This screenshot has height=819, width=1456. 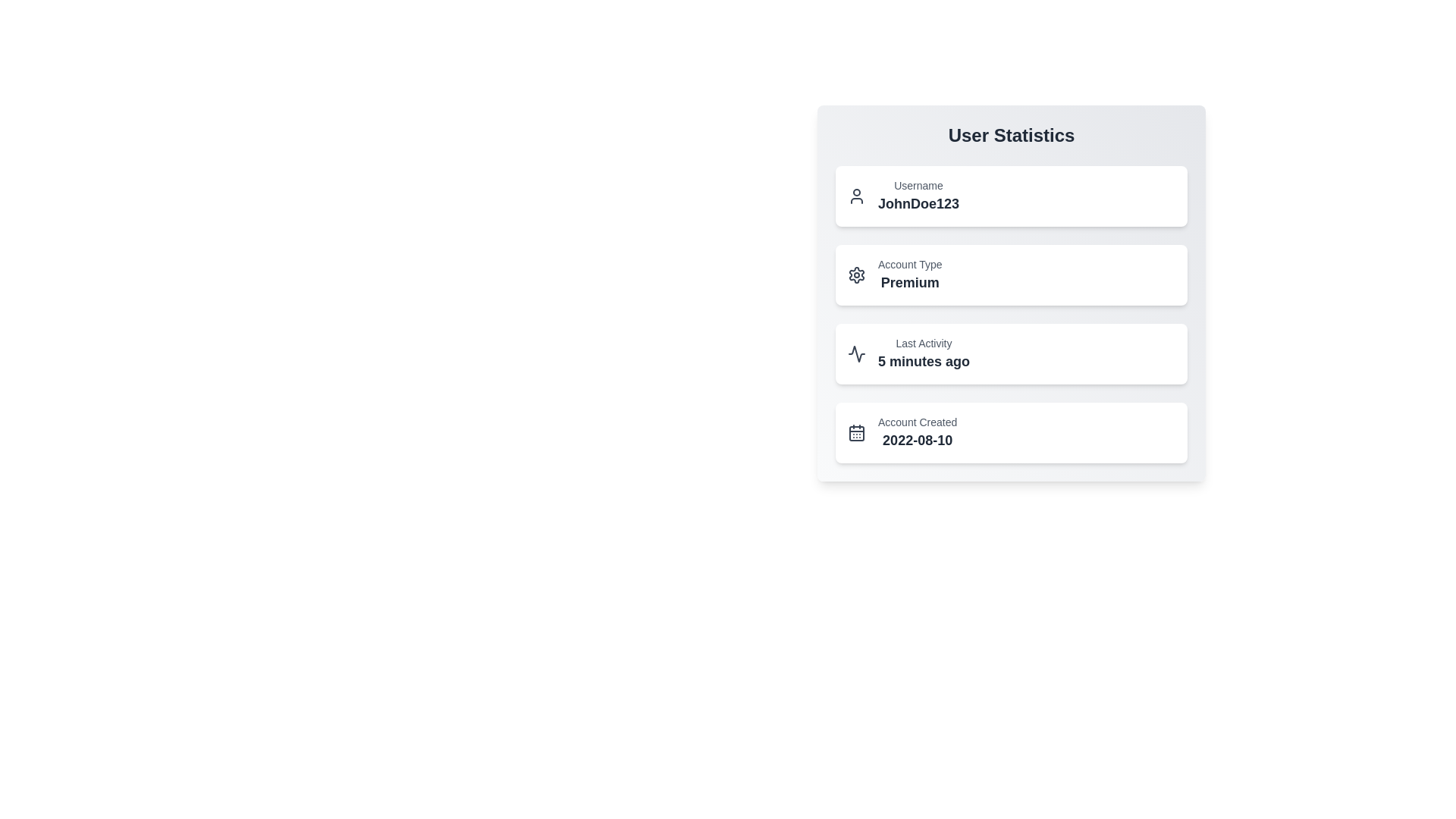 What do you see at coordinates (1012, 293) in the screenshot?
I see `the Information Panel element titled 'User Statistics' which displays user-related details such as username, account type, last activity, and account created date` at bounding box center [1012, 293].